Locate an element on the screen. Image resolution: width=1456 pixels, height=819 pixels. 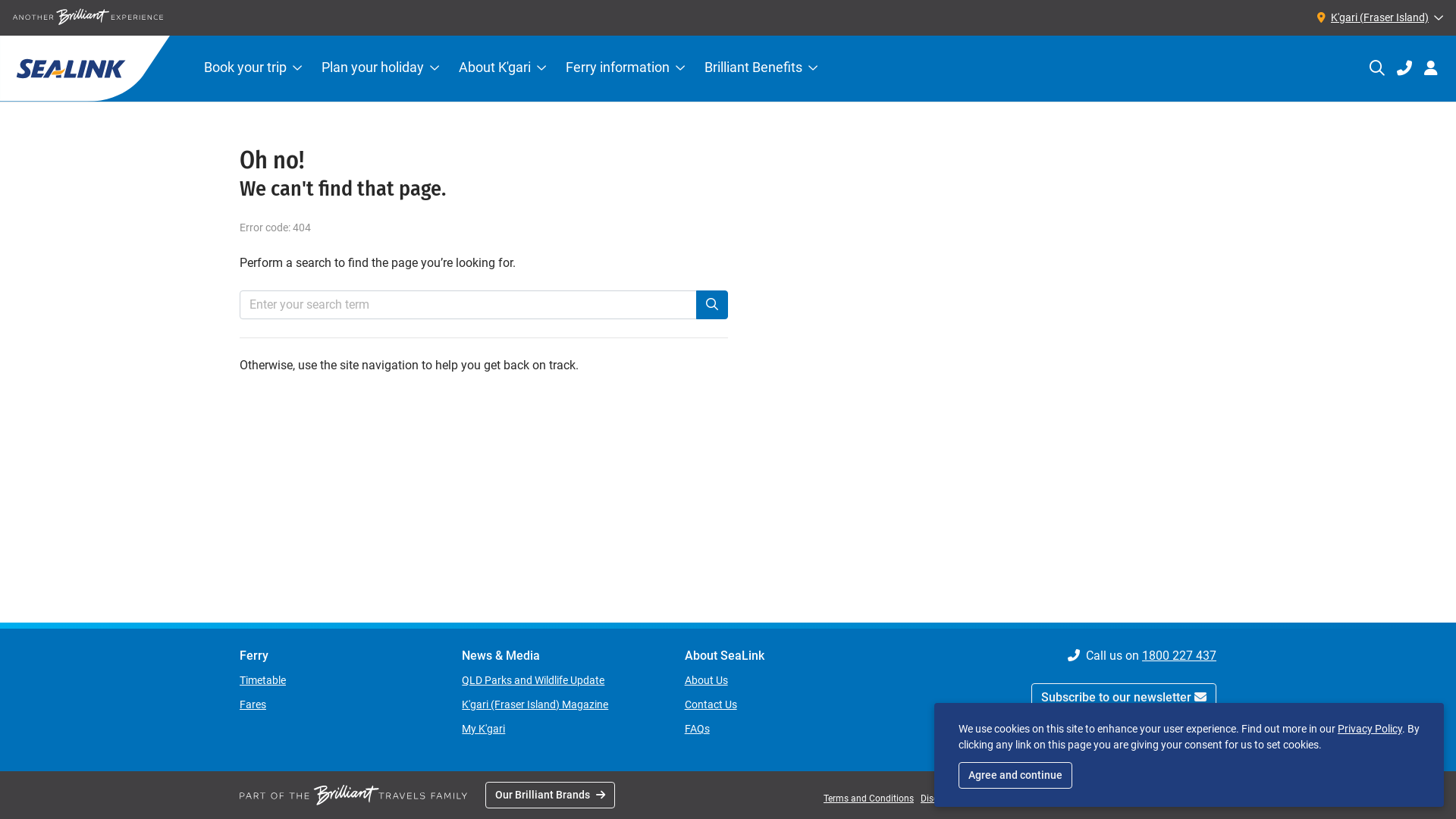
'Contact Us' is located at coordinates (710, 704).